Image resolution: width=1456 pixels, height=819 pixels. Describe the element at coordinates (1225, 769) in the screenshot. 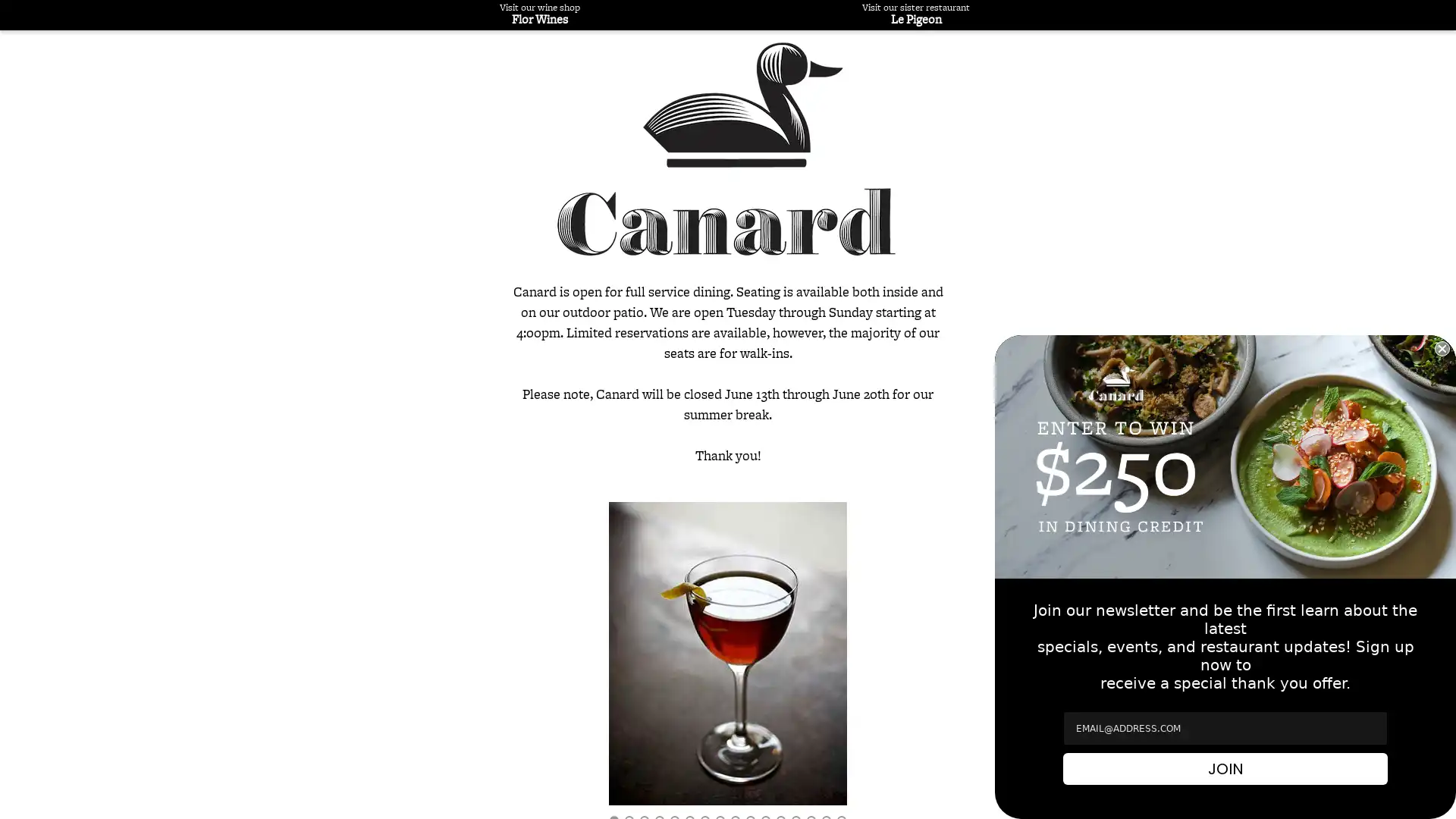

I see `JOIN` at that location.